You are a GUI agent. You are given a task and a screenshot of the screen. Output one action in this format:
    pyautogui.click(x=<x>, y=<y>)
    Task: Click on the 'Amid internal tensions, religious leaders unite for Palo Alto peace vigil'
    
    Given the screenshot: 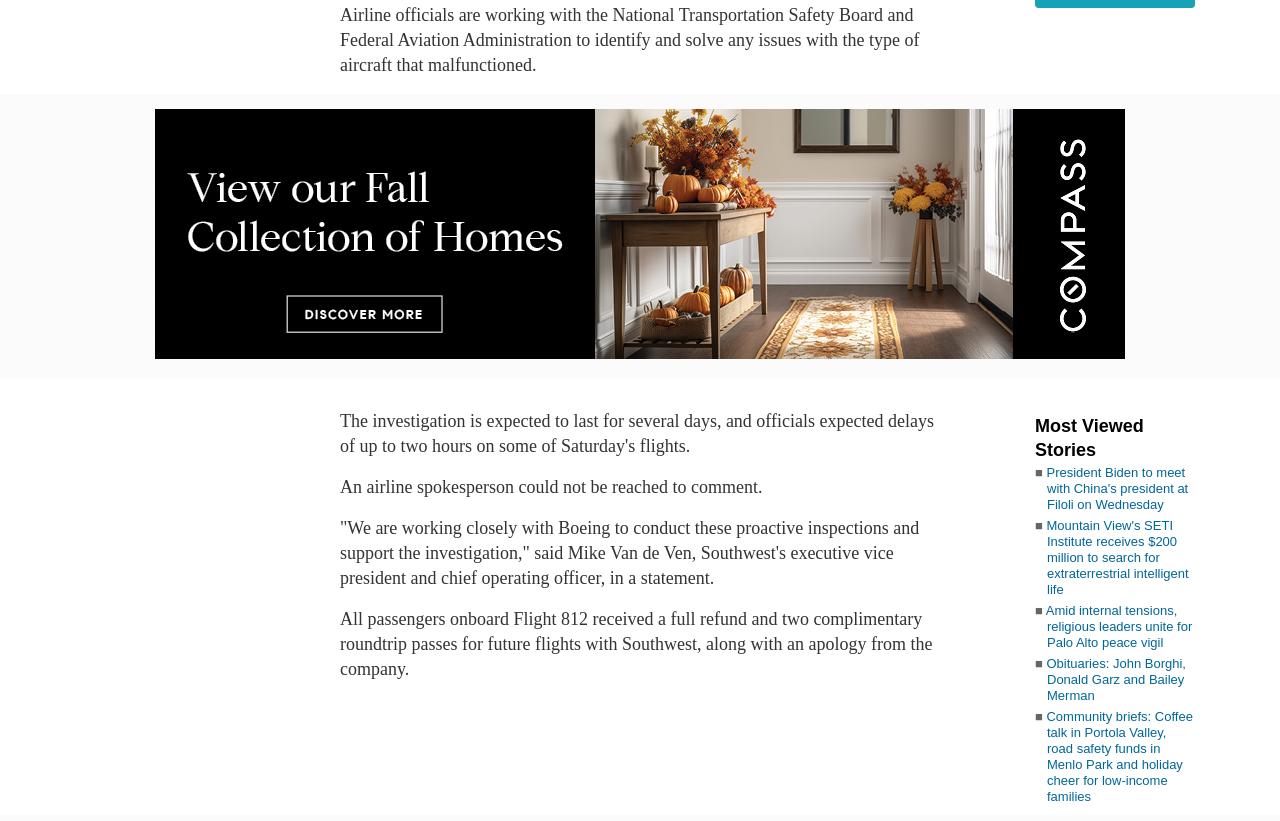 What is the action you would take?
    pyautogui.click(x=1117, y=626)
    